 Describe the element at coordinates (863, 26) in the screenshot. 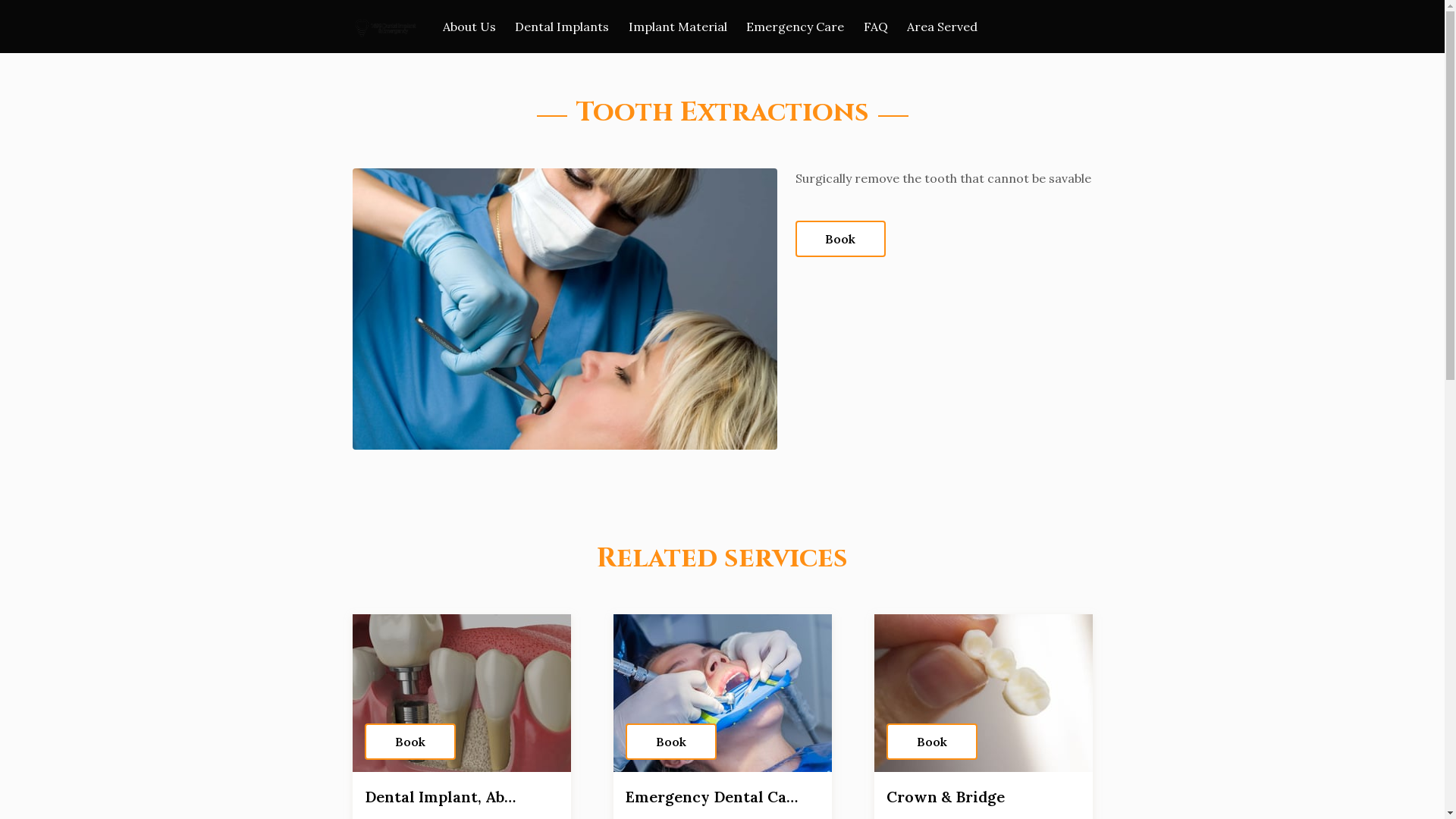

I see `'FAQ'` at that location.